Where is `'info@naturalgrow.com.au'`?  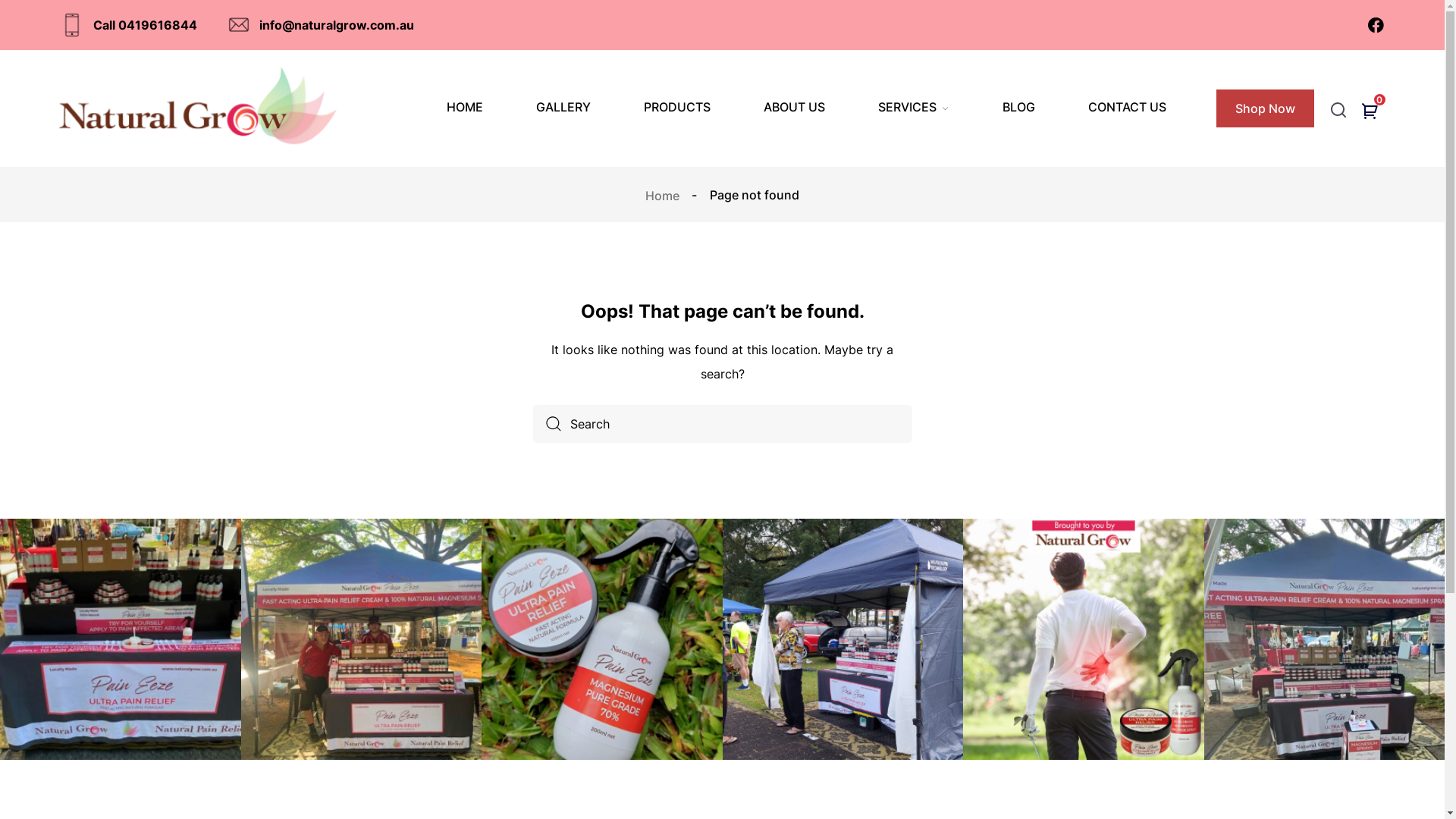 'info@naturalgrow.com.au' is located at coordinates (320, 25).